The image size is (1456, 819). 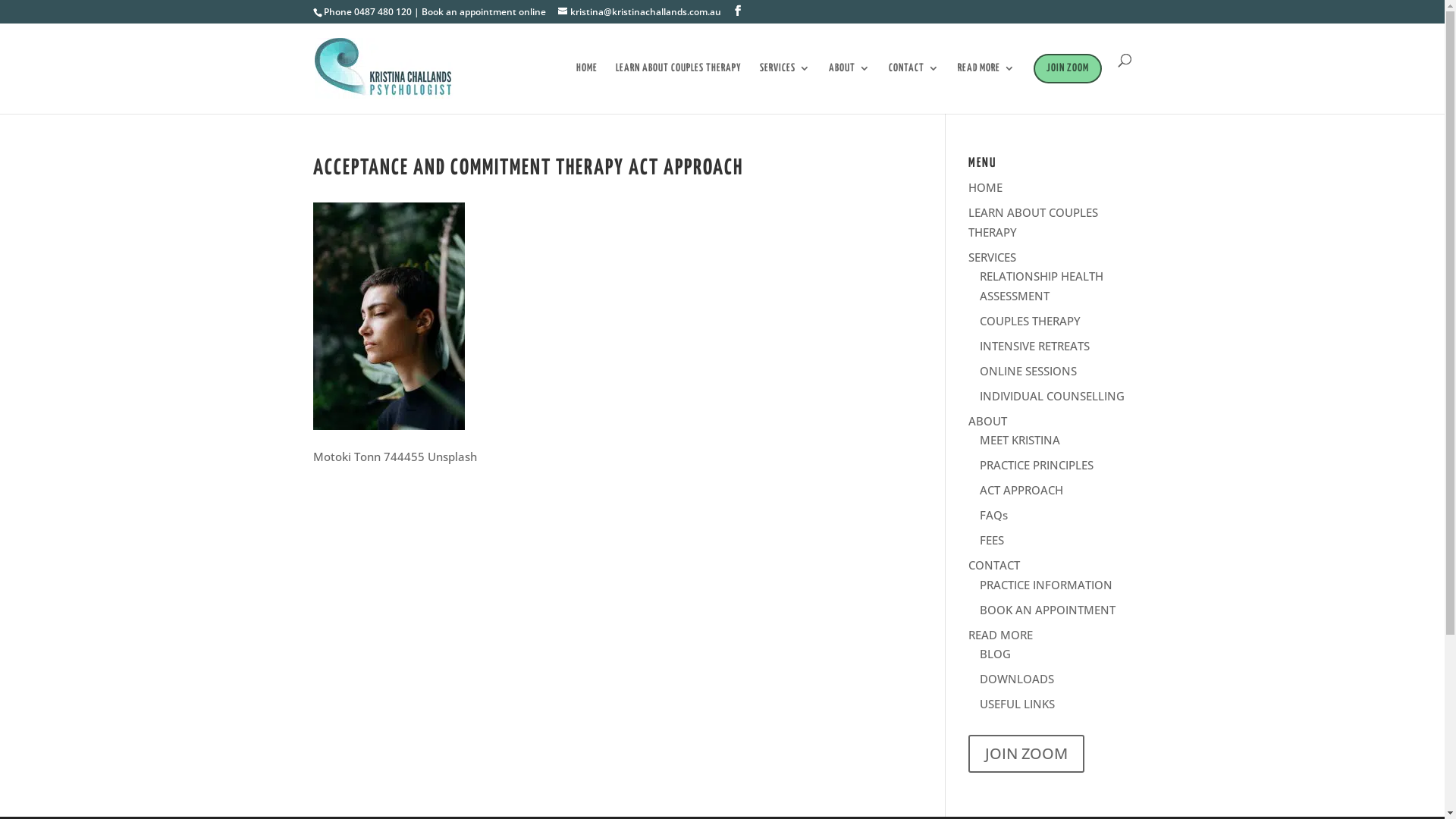 I want to click on 'ACT APPROACH', so click(x=1021, y=489).